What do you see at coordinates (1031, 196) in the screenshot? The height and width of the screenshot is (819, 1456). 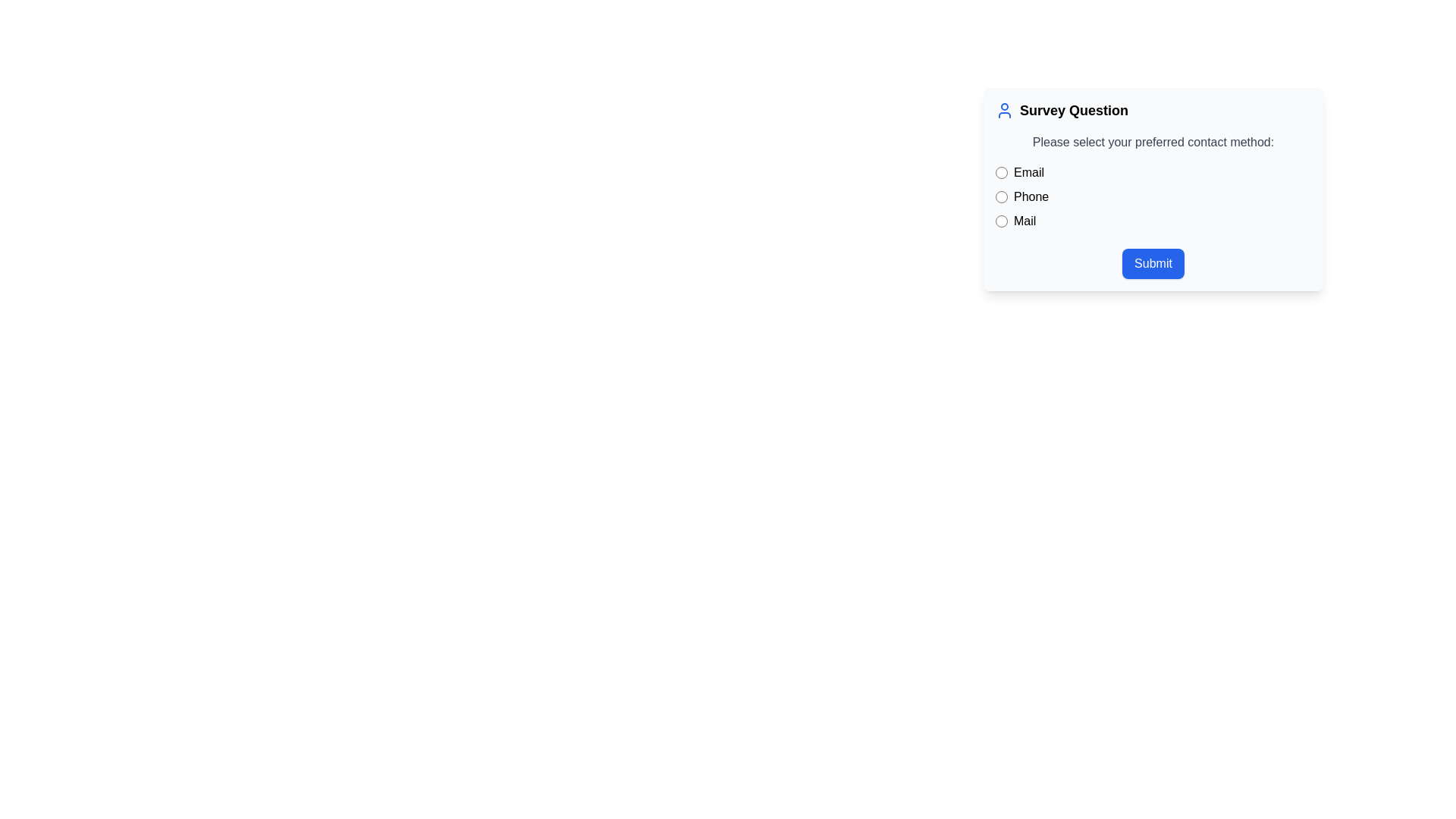 I see `the text label element indicating the selection option 'Phone', which is adjacent to the radio button on the left side` at bounding box center [1031, 196].